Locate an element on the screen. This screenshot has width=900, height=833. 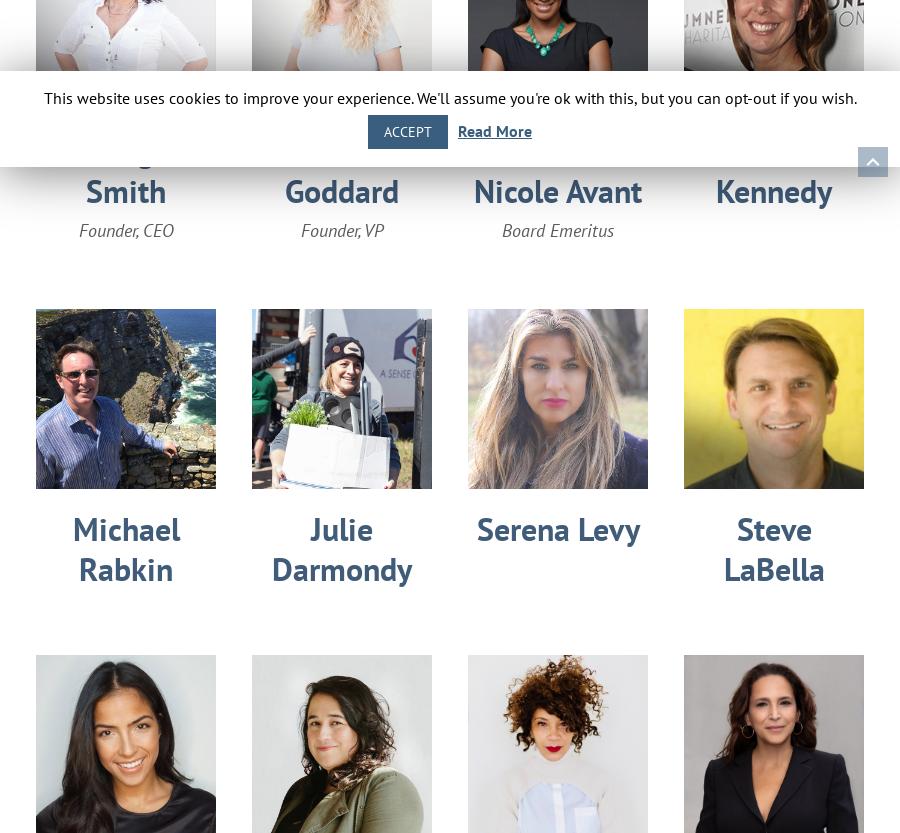
'Board Emeritus' is located at coordinates (557, 229).